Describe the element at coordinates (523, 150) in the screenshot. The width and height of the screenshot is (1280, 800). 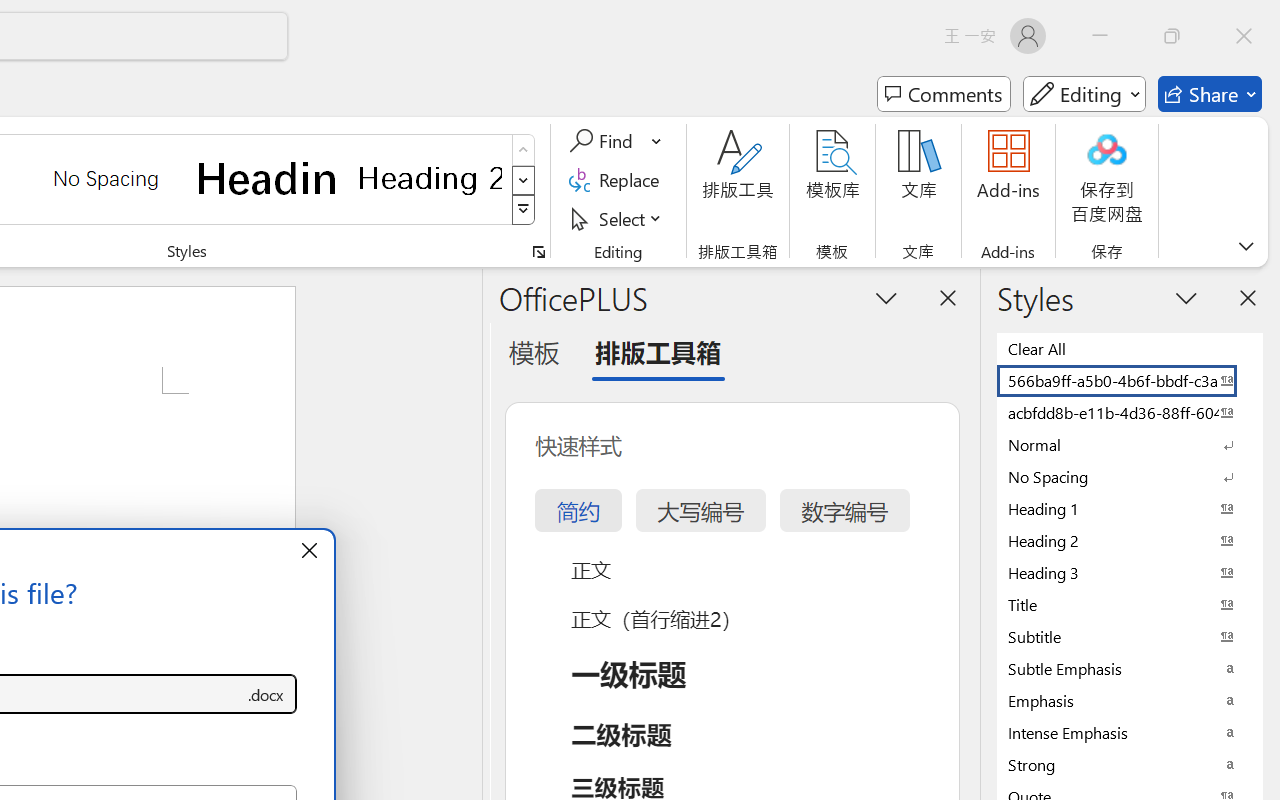
I see `'Row up'` at that location.